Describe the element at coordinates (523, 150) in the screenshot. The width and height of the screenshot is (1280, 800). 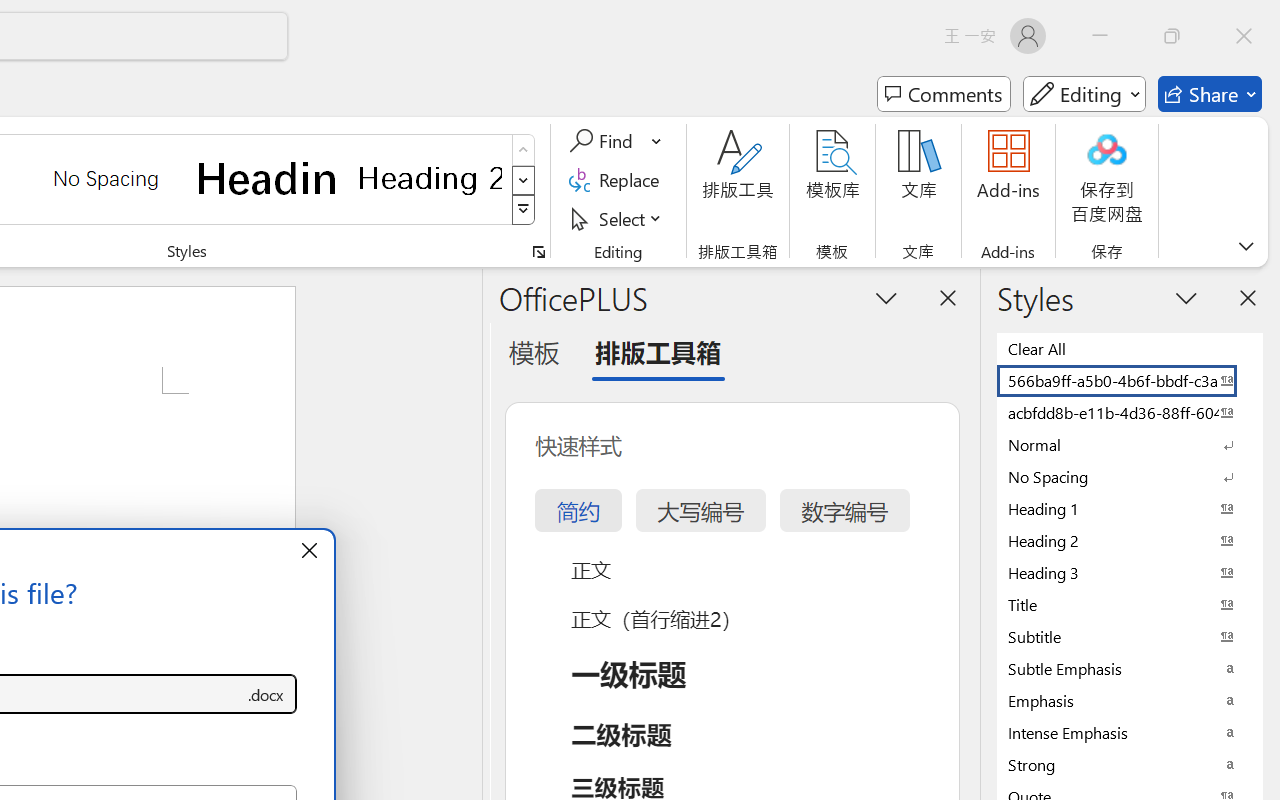
I see `'Row up'` at that location.